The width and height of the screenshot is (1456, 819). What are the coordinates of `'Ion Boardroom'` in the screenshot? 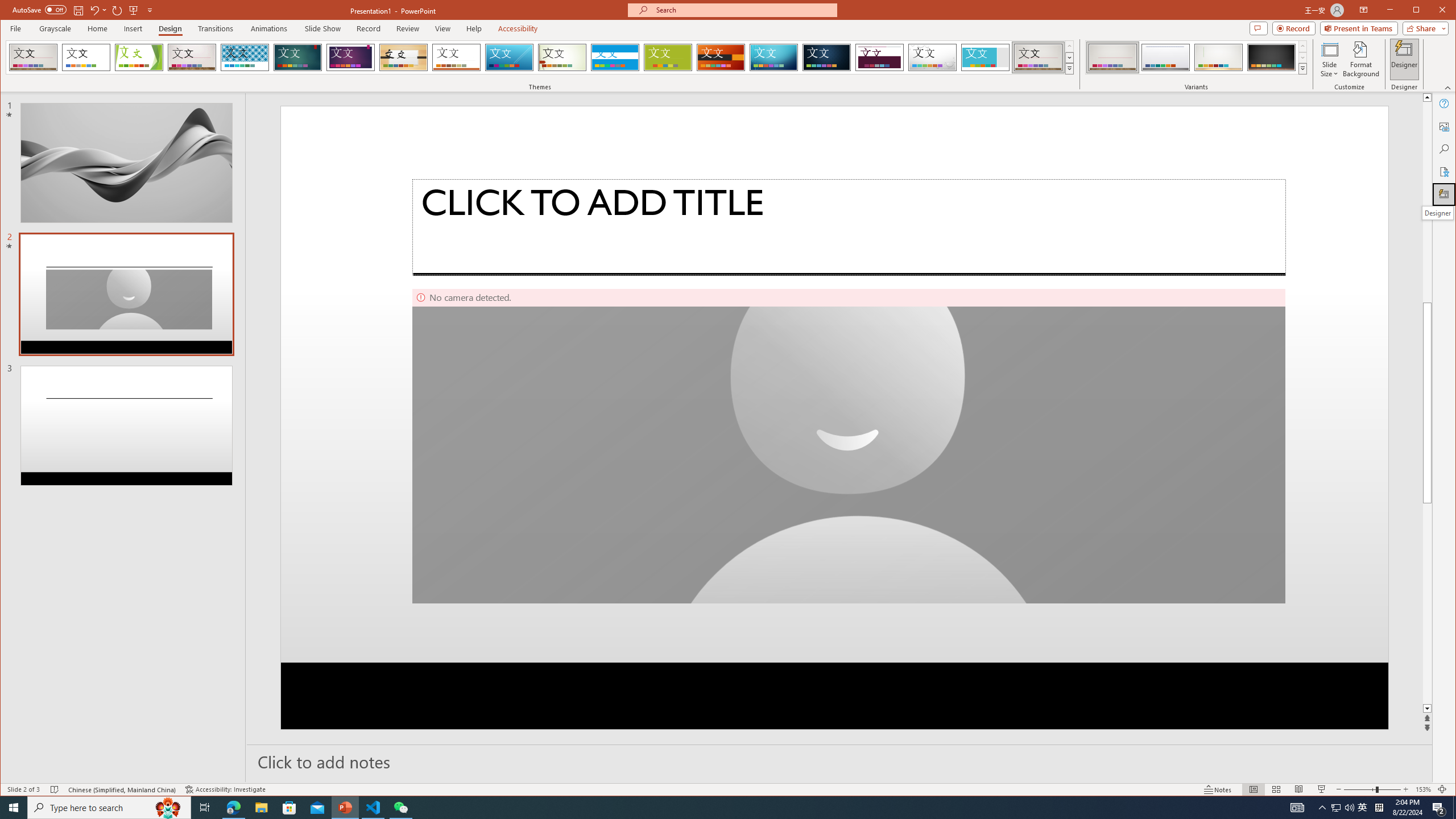 It's located at (350, 57).